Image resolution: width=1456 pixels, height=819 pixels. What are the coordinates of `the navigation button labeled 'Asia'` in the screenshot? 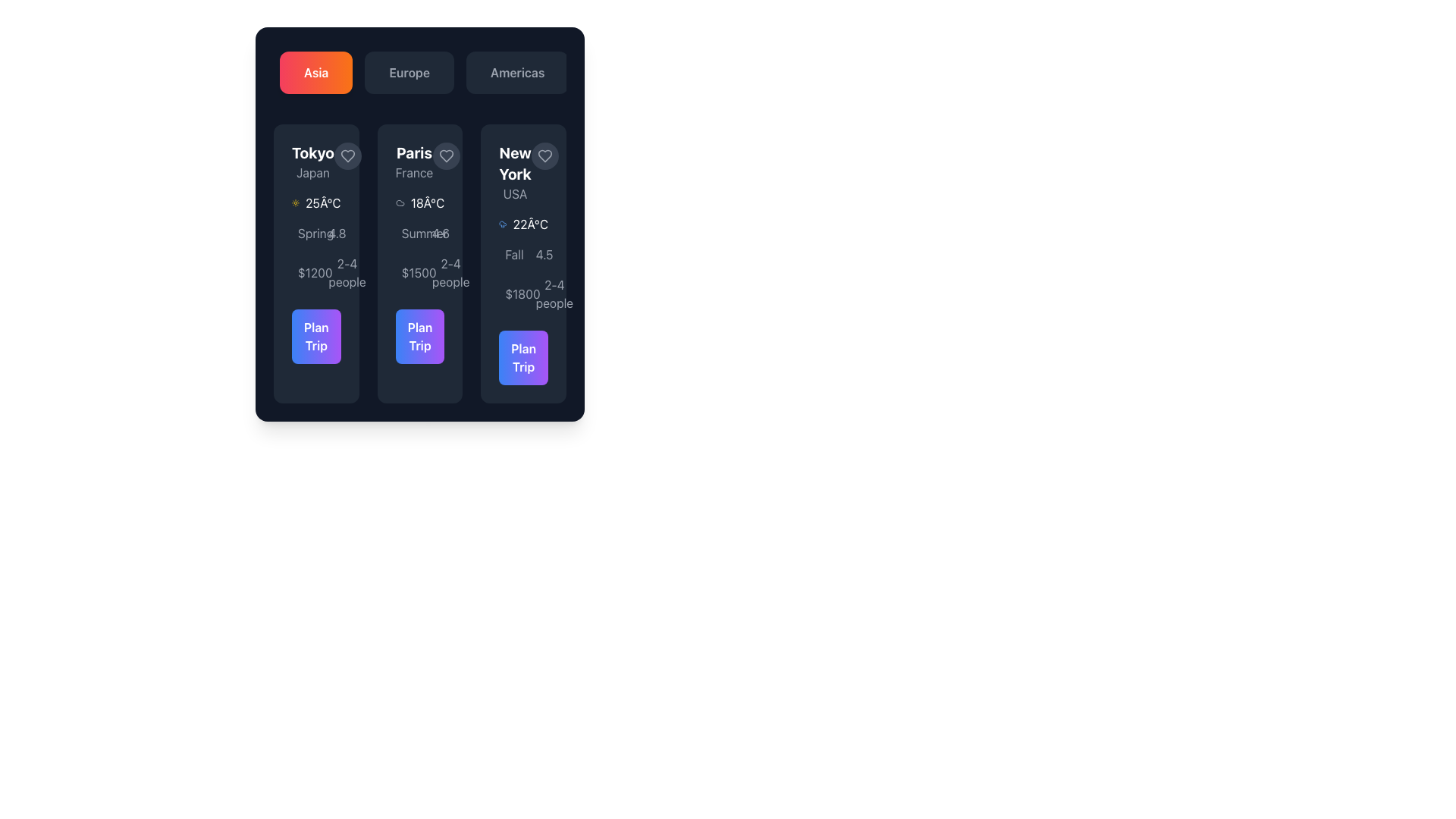 It's located at (315, 73).